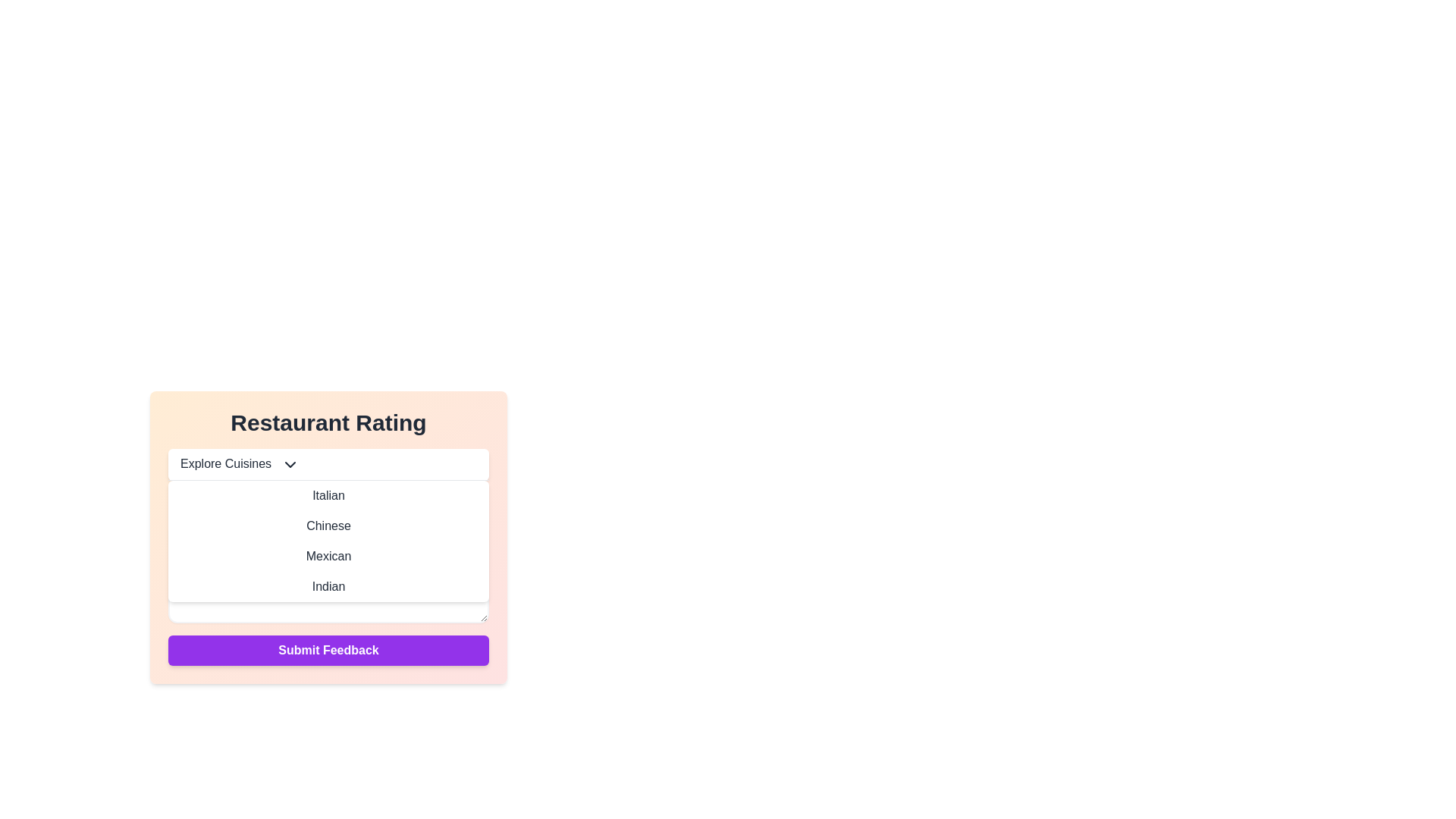 This screenshot has width=1456, height=819. What do you see at coordinates (328, 585) in the screenshot?
I see `the dropdown menu item labeled 'Indian'` at bounding box center [328, 585].